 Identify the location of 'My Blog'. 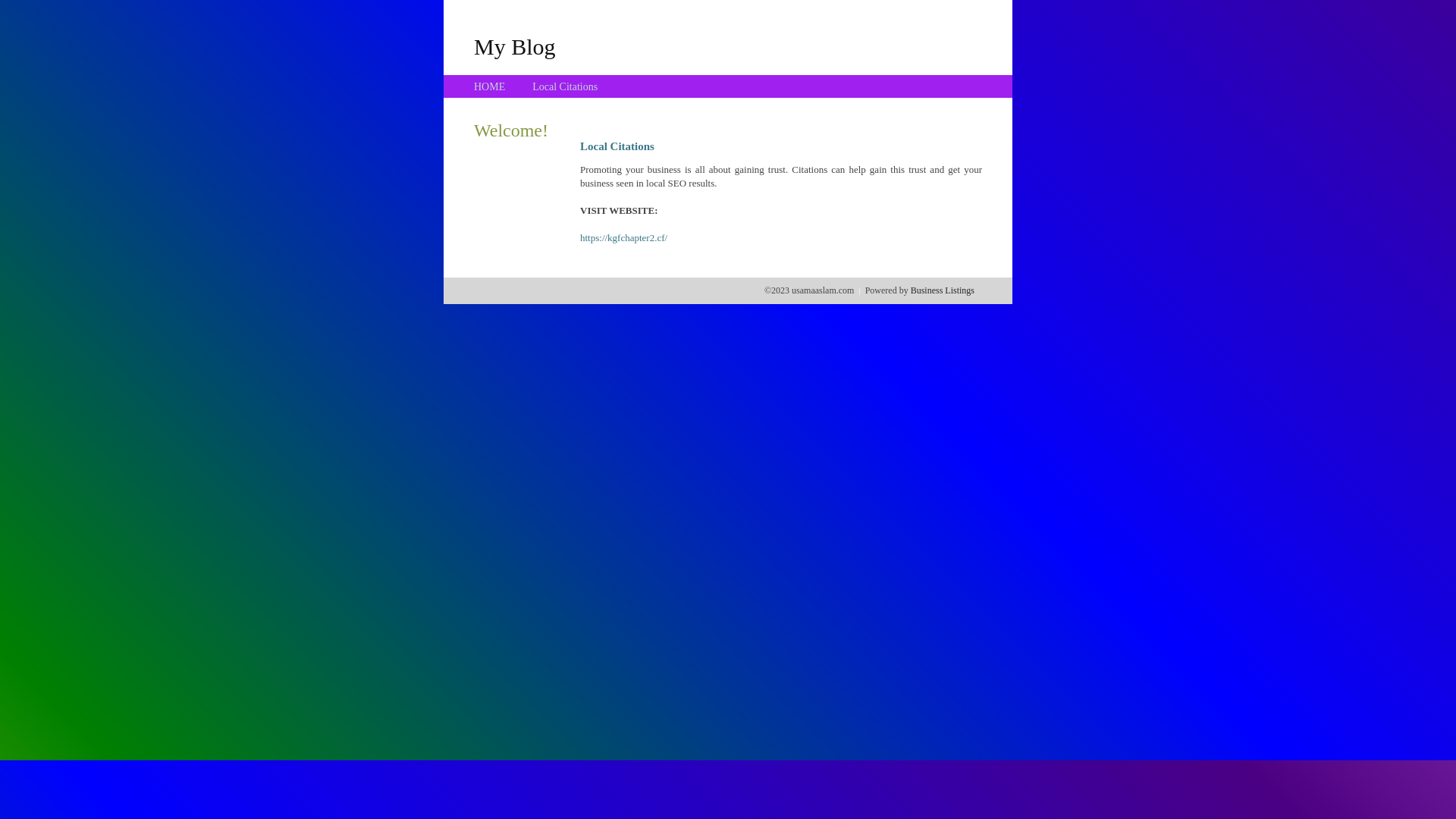
(472, 45).